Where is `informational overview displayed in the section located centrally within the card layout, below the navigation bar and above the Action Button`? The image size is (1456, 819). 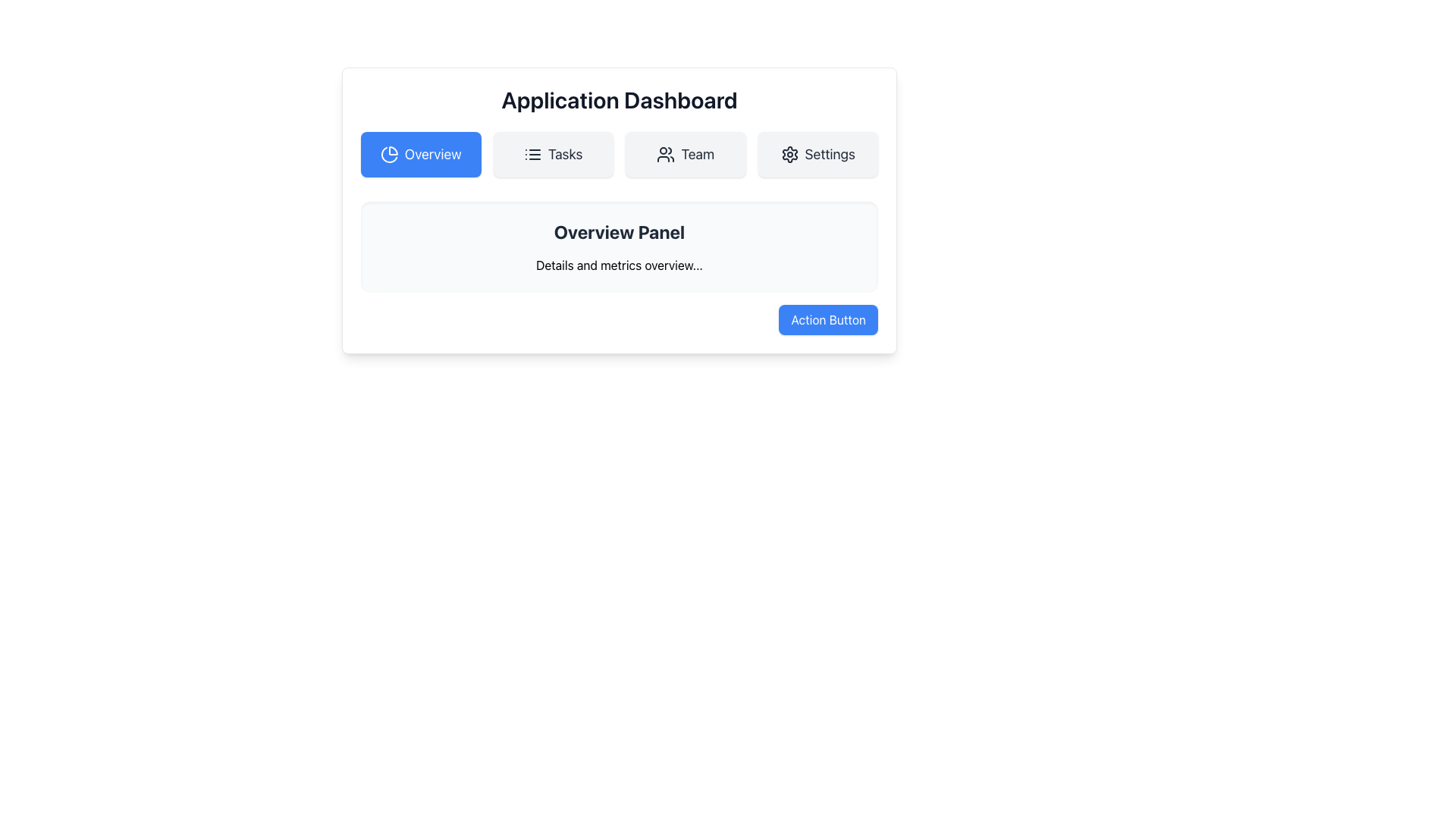
informational overview displayed in the section located centrally within the card layout, below the navigation bar and above the Action Button is located at coordinates (619, 246).